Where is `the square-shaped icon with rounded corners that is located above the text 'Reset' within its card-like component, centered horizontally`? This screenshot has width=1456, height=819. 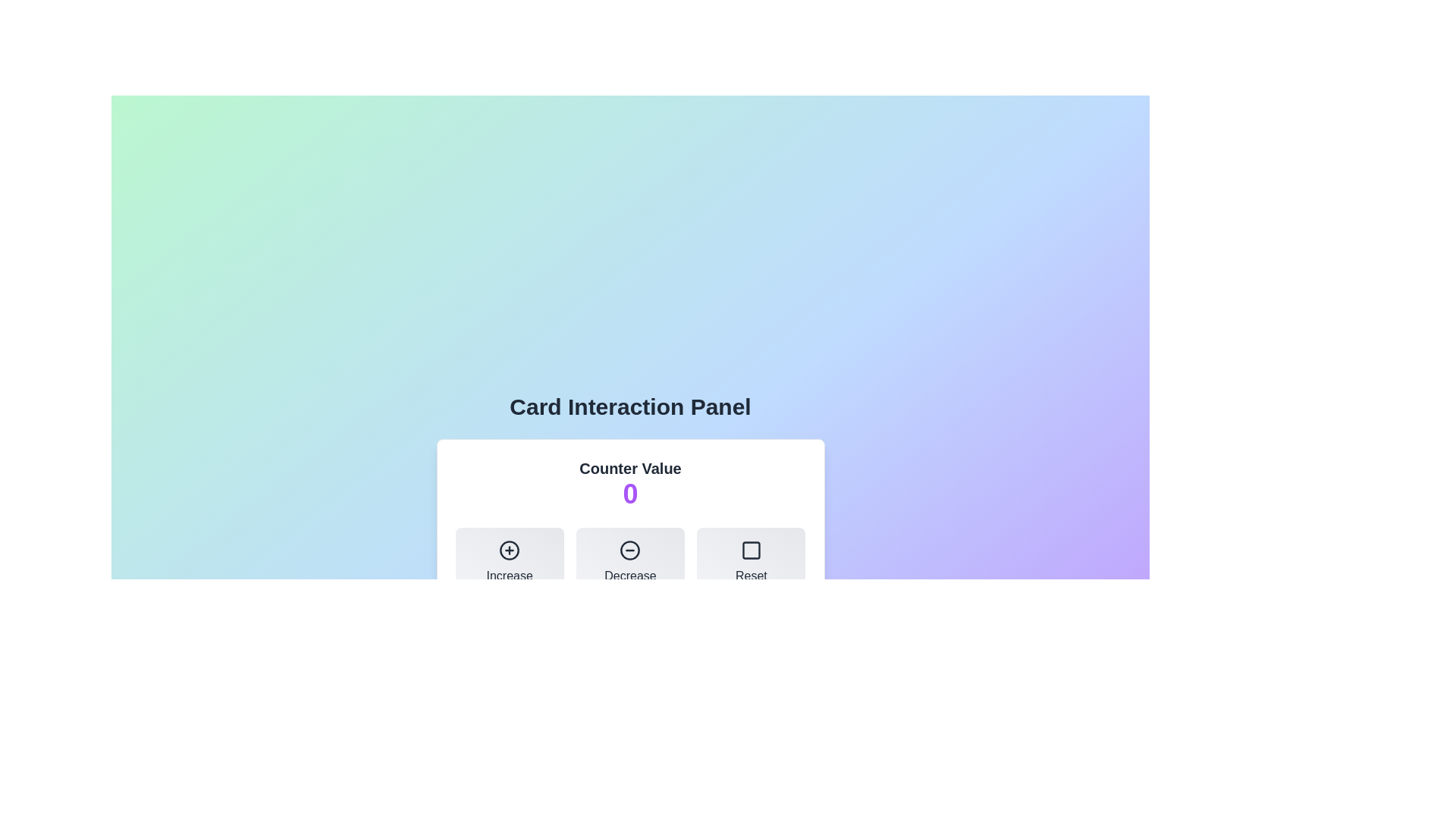
the square-shaped icon with rounded corners that is located above the text 'Reset' within its card-like component, centered horizontally is located at coordinates (751, 550).